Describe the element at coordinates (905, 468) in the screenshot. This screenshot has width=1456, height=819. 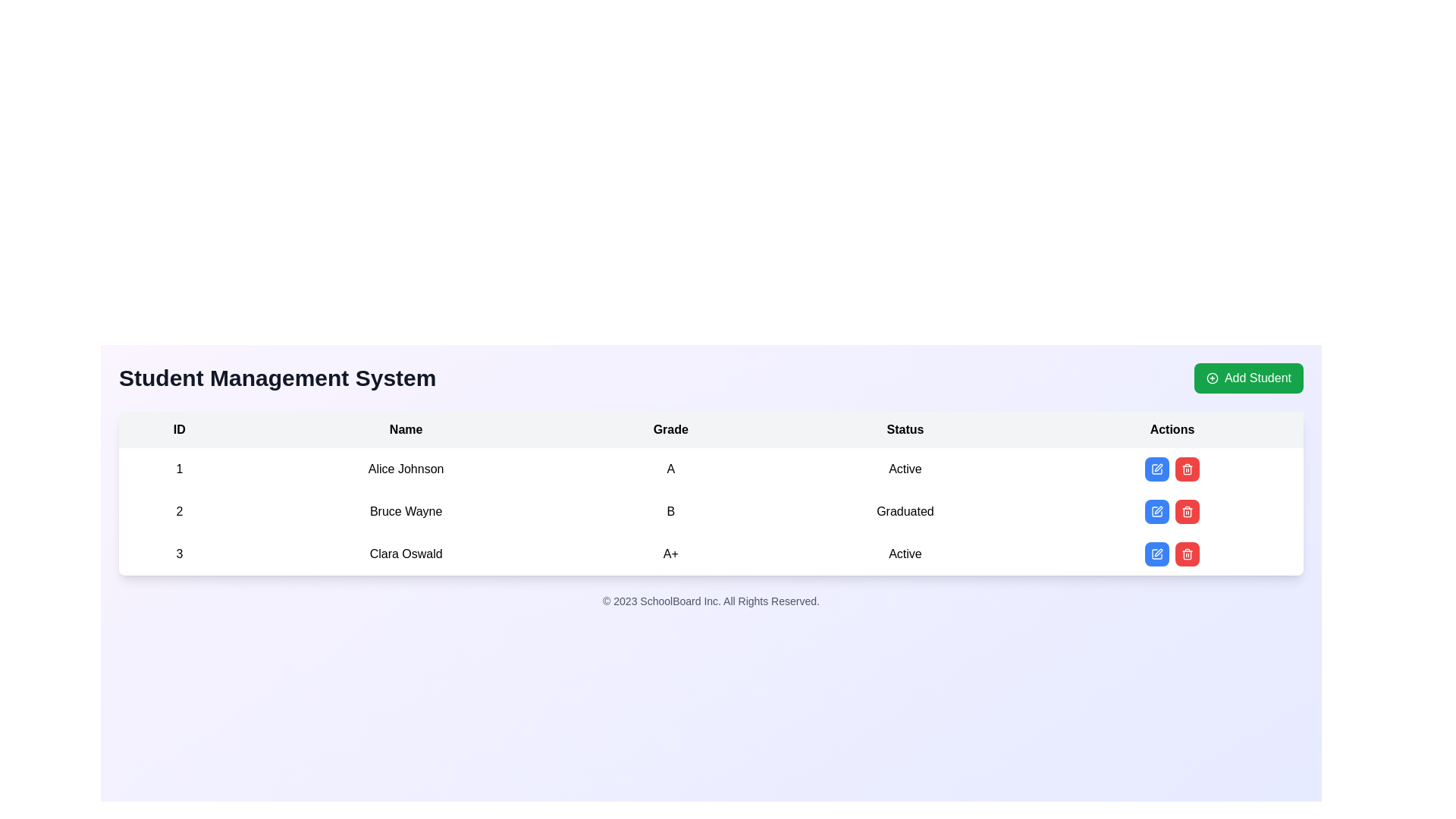
I see `the 'Active' status indicator for the student Alice Johnson, which is located in the fourth column of the first row under the header 'Status'` at that location.